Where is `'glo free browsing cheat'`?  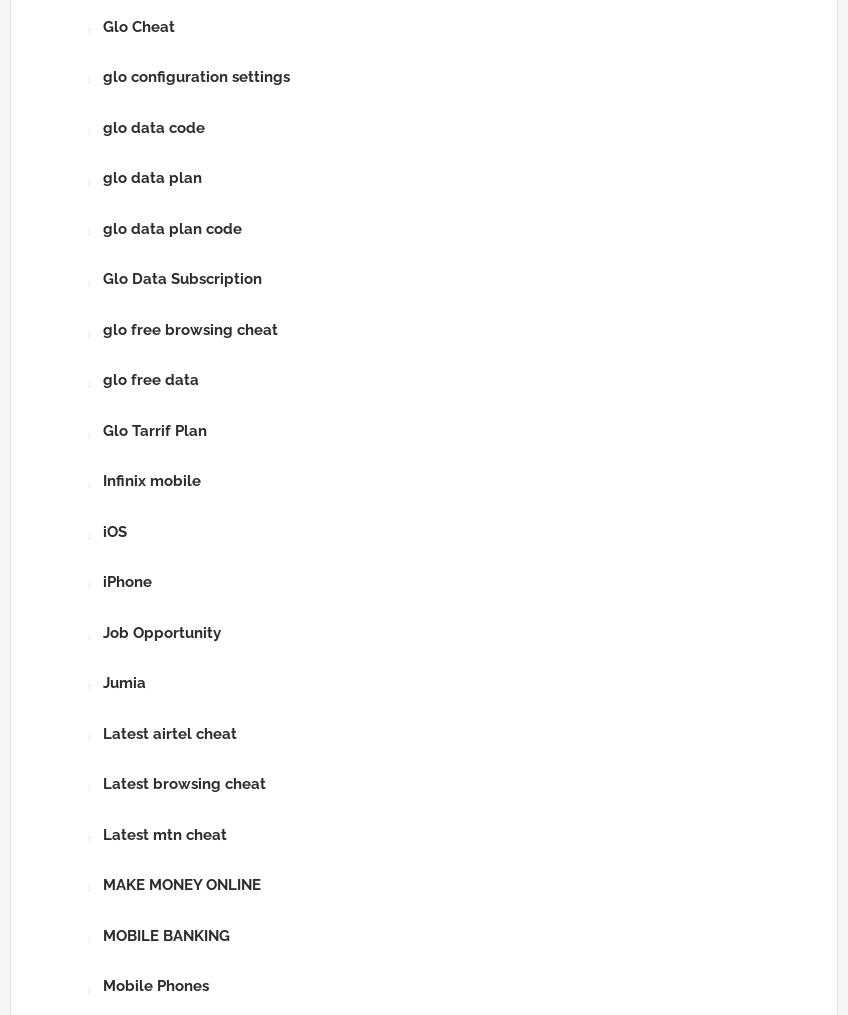 'glo free browsing cheat' is located at coordinates (190, 327).